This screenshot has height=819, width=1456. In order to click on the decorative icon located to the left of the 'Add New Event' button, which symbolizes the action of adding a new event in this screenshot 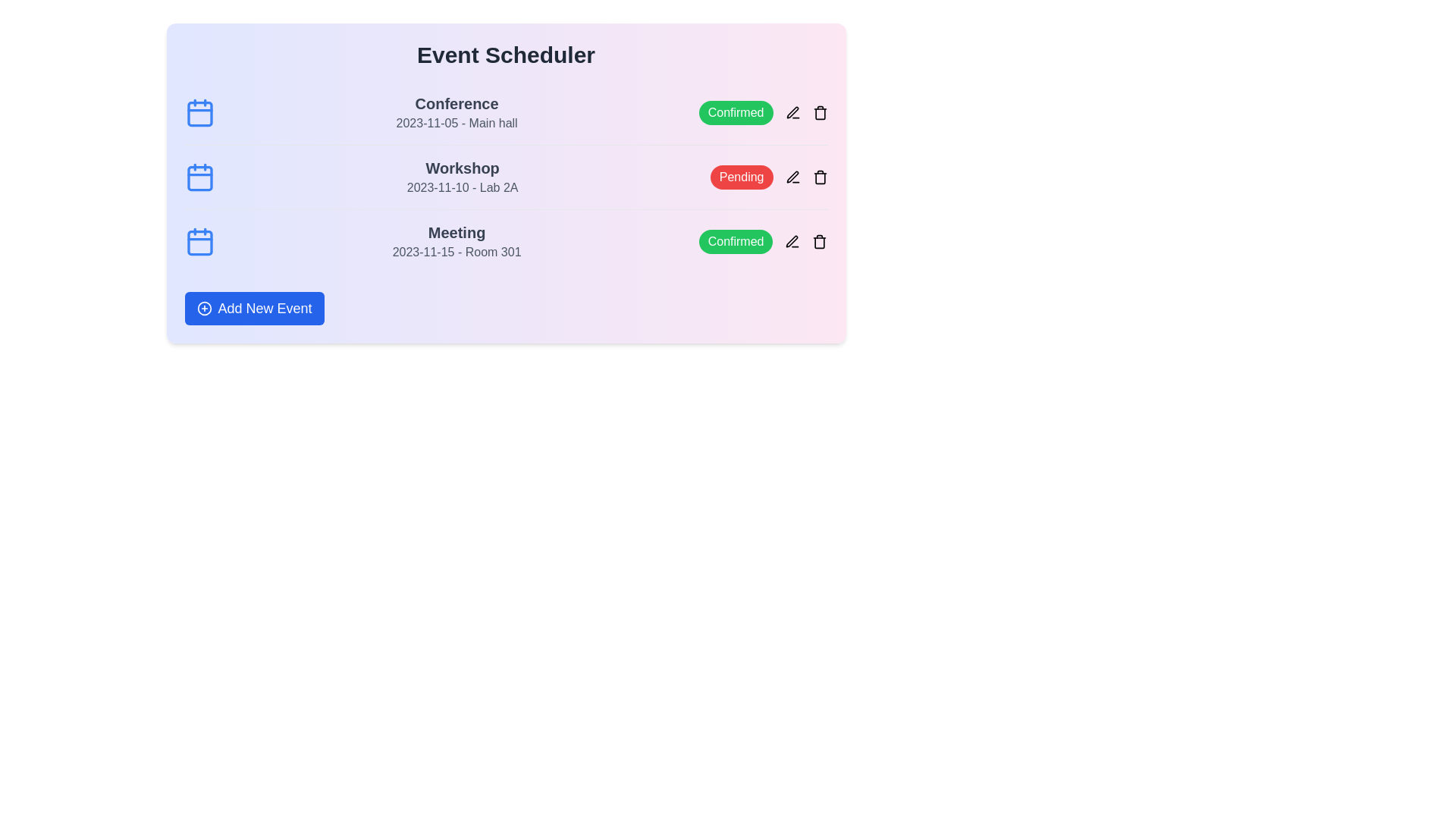, I will do `click(203, 308)`.